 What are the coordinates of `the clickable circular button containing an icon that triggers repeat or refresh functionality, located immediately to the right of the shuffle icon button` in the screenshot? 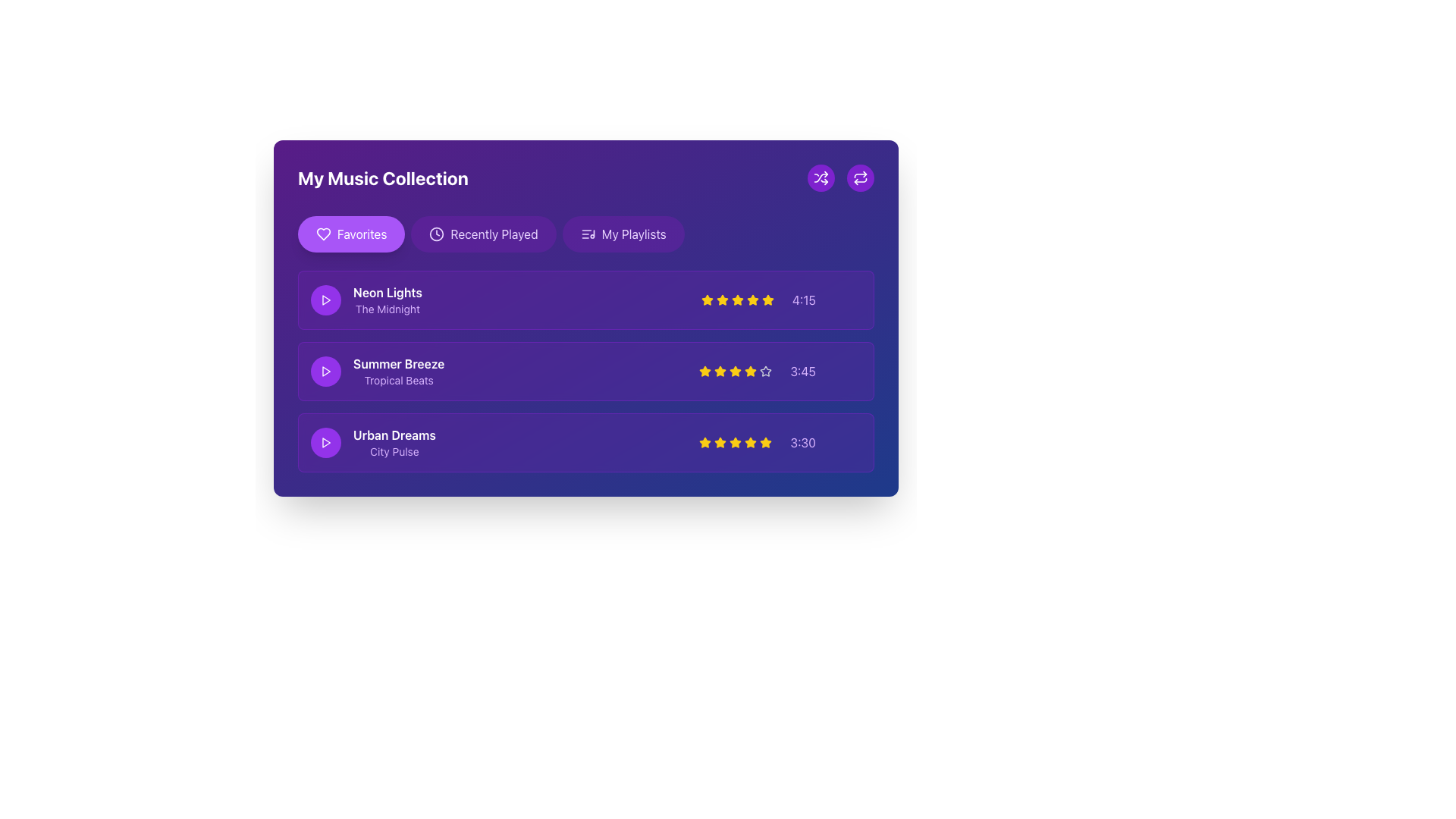 It's located at (860, 177).